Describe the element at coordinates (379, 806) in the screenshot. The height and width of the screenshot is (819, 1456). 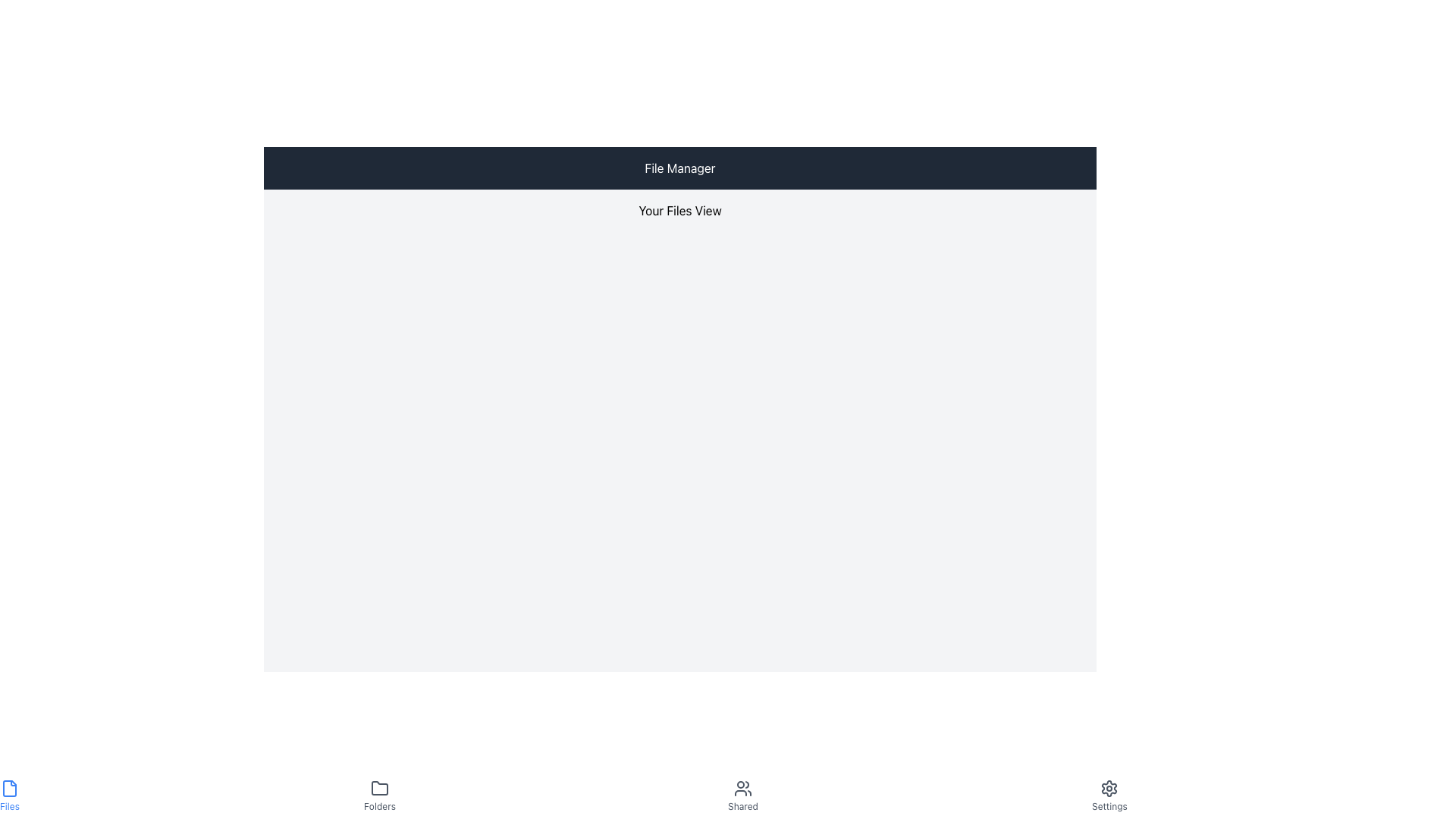
I see `the 'Folders' text label located beneath the folder icon` at that location.